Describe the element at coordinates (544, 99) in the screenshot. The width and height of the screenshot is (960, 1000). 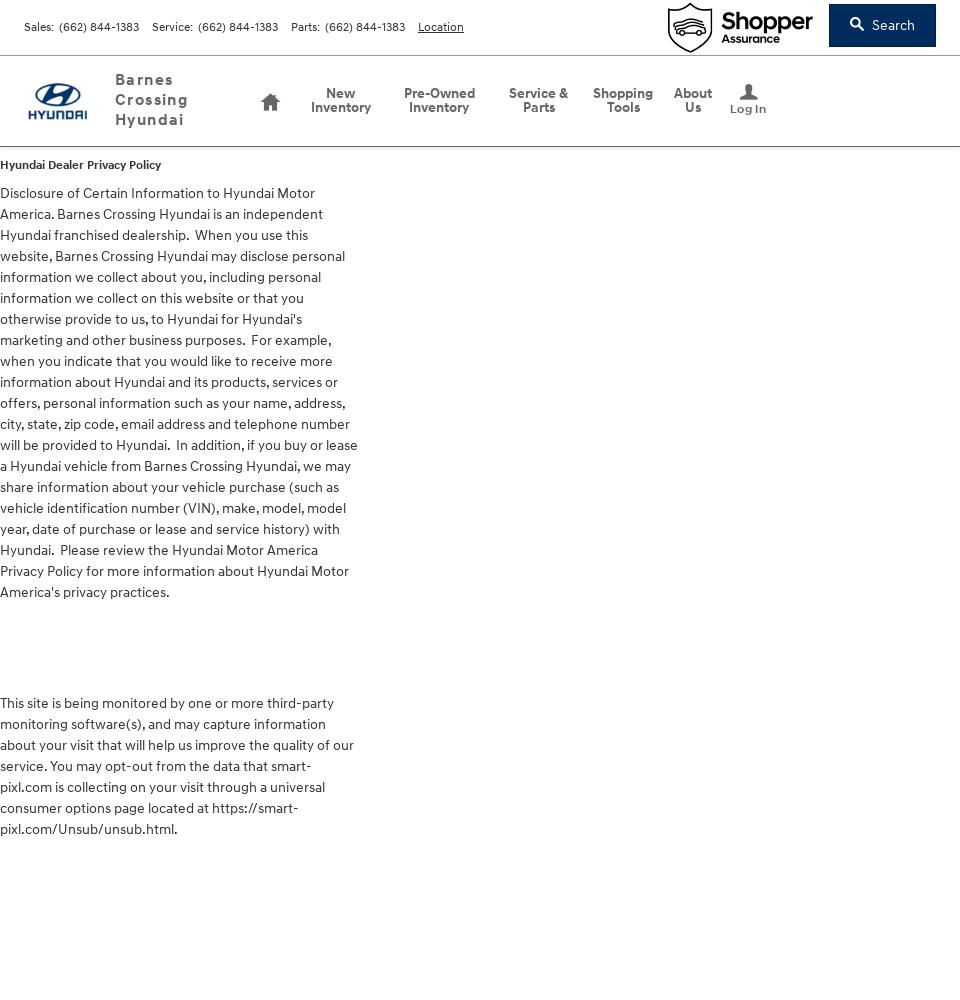
I see `'& Parts'` at that location.